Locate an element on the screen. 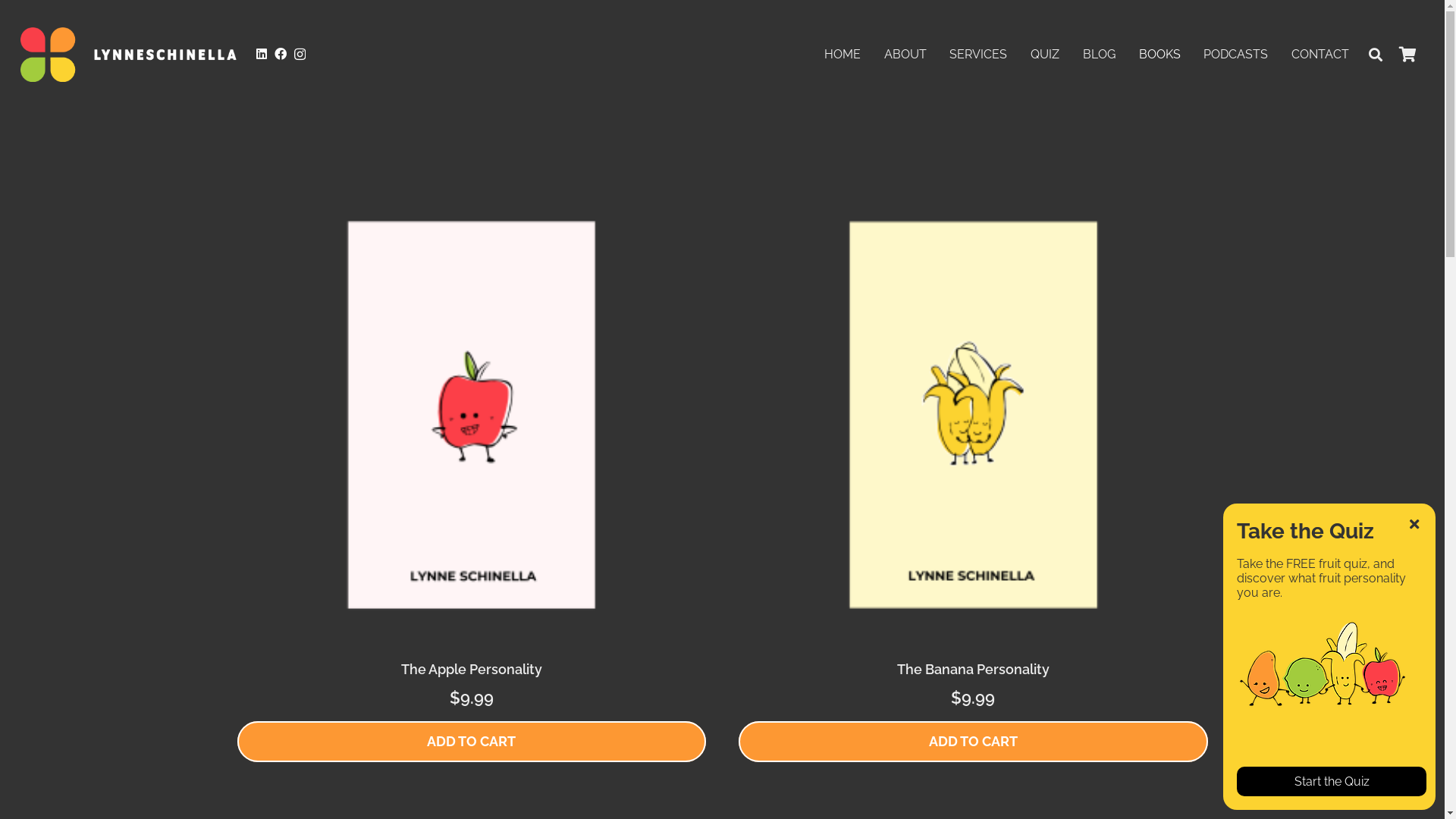 The image size is (1456, 819). 'ADD TO CART' is located at coordinates (739, 741).